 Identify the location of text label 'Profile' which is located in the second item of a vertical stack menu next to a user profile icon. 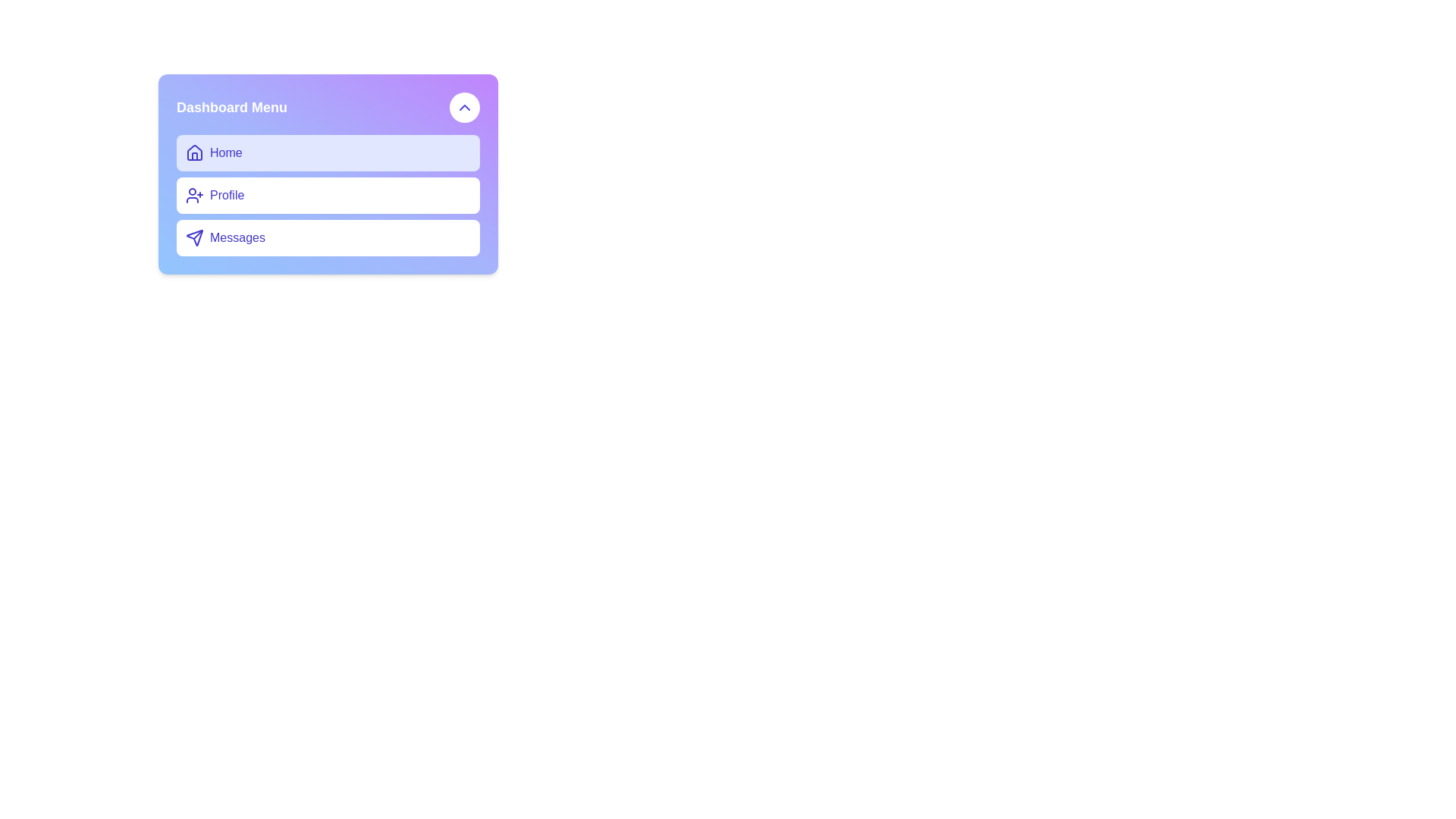
(226, 195).